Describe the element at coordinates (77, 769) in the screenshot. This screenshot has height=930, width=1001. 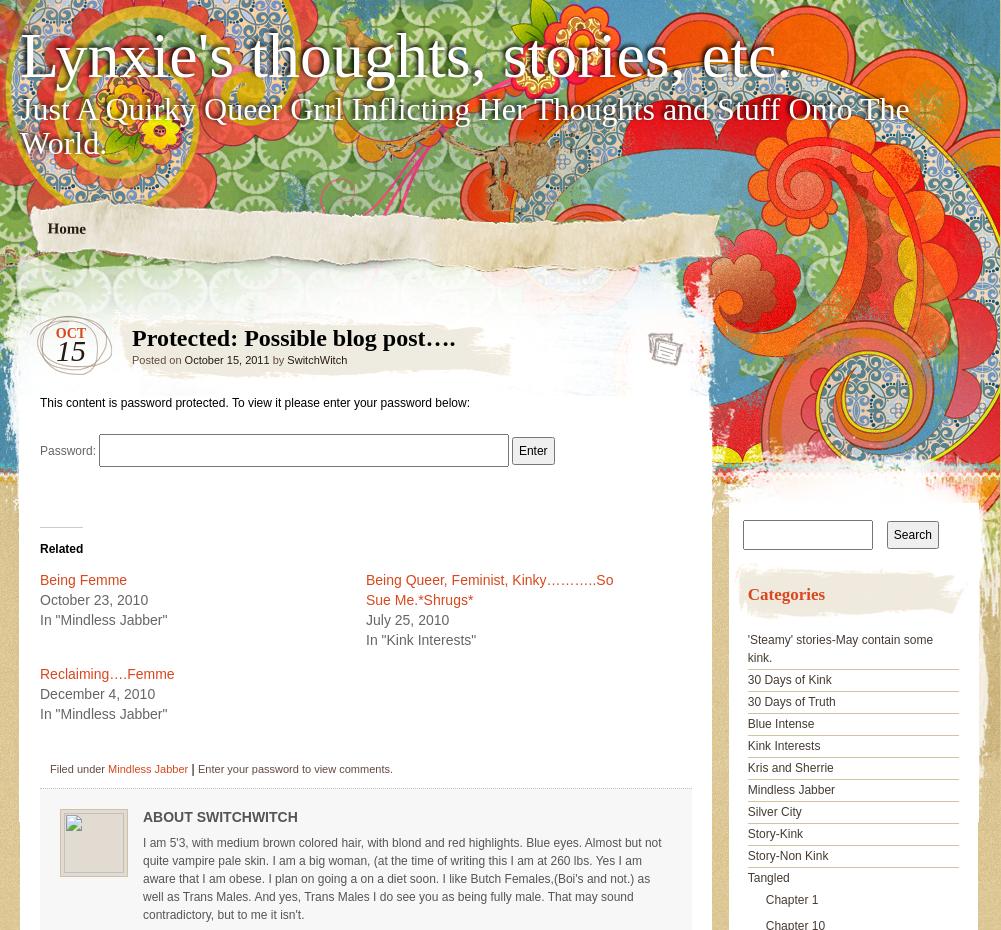
I see `'Filed under'` at that location.